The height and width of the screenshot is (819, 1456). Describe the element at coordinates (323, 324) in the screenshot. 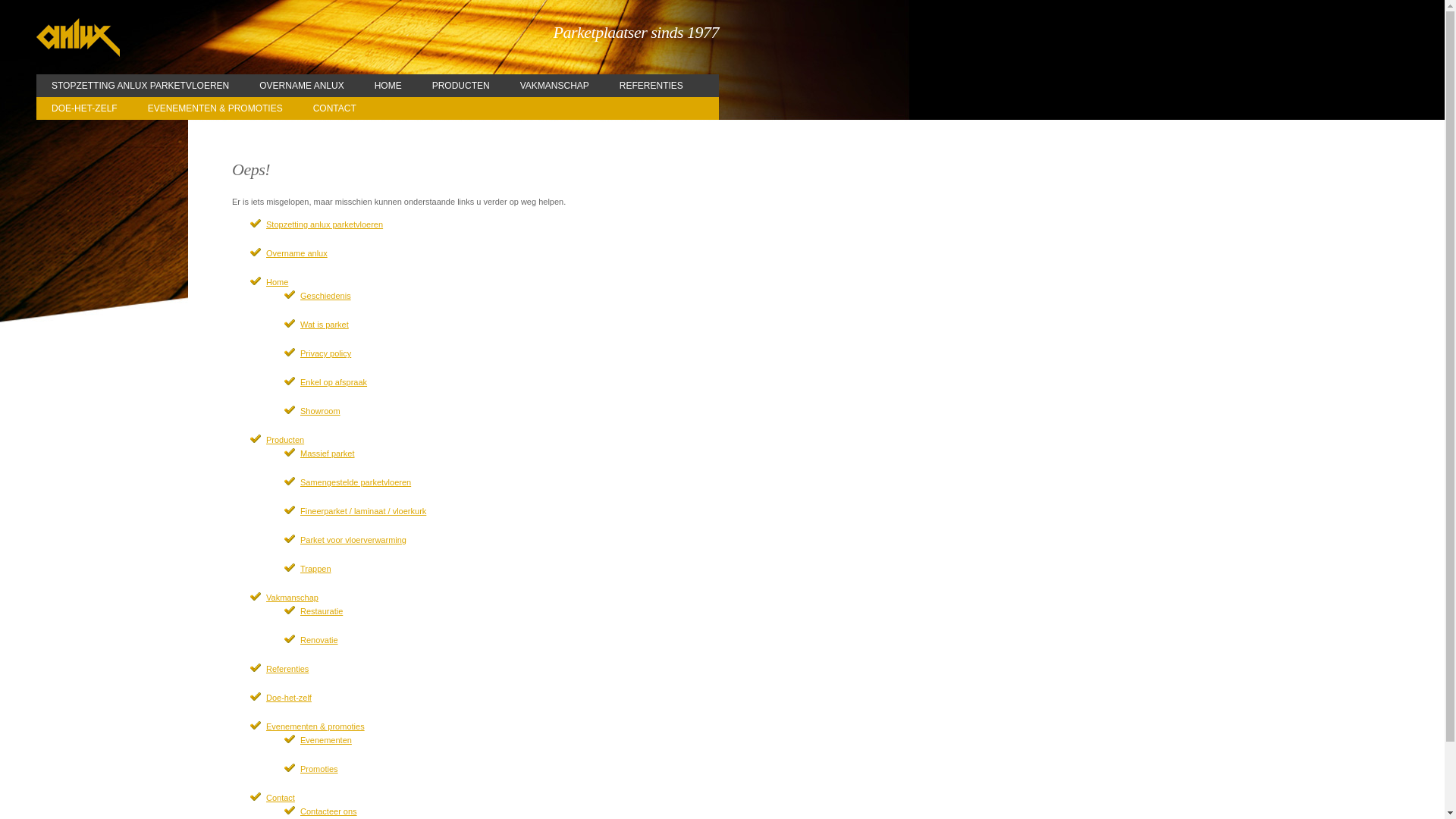

I see `'Wat is parket'` at that location.